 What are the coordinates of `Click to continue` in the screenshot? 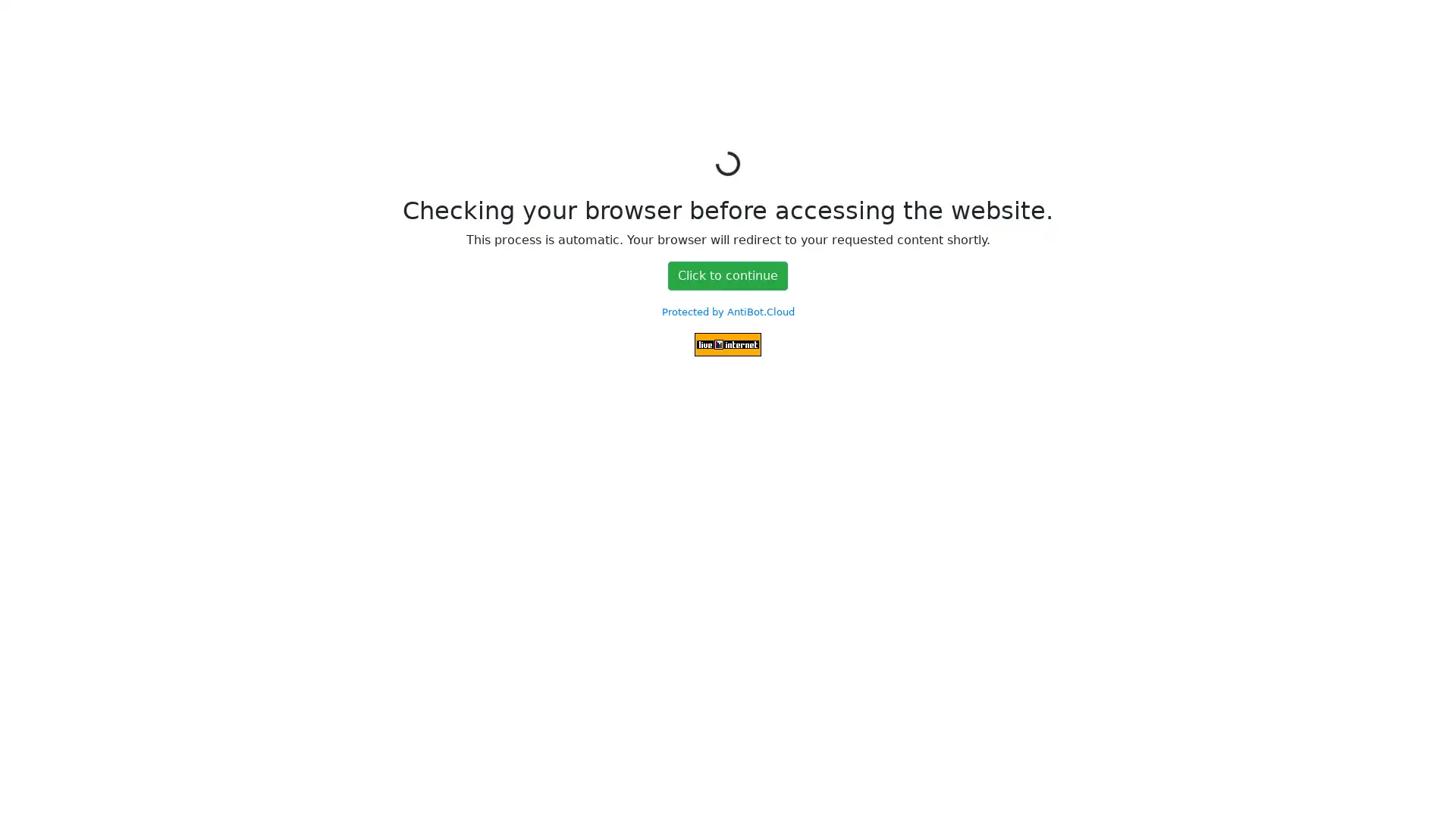 It's located at (728, 275).